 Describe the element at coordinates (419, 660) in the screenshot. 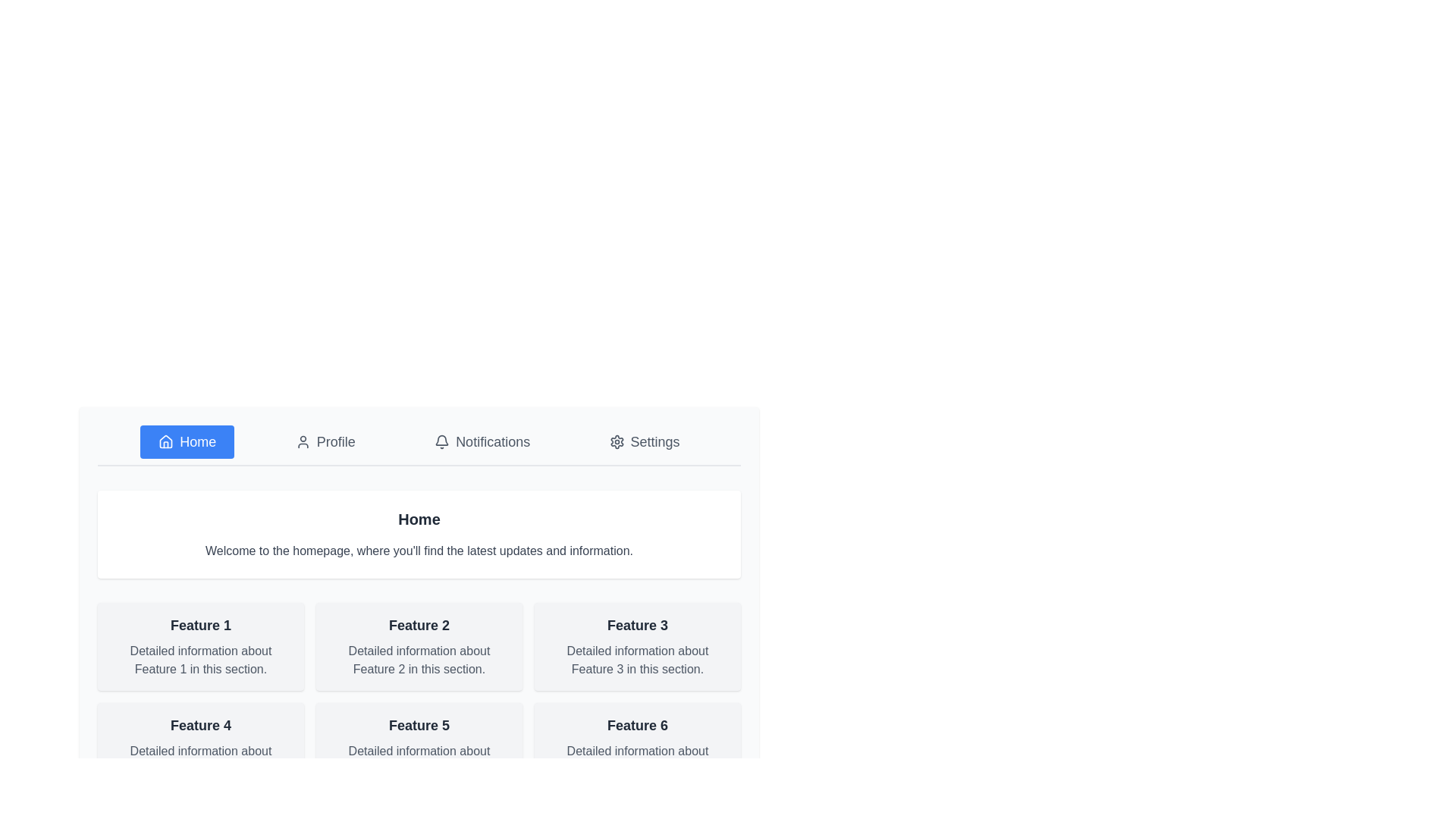

I see `the text label displaying 'Detailed information about Feature 2 in this section.' styled in gray font, located below the heading 'Feature 2' within a card in the second column of a grid layout` at that location.